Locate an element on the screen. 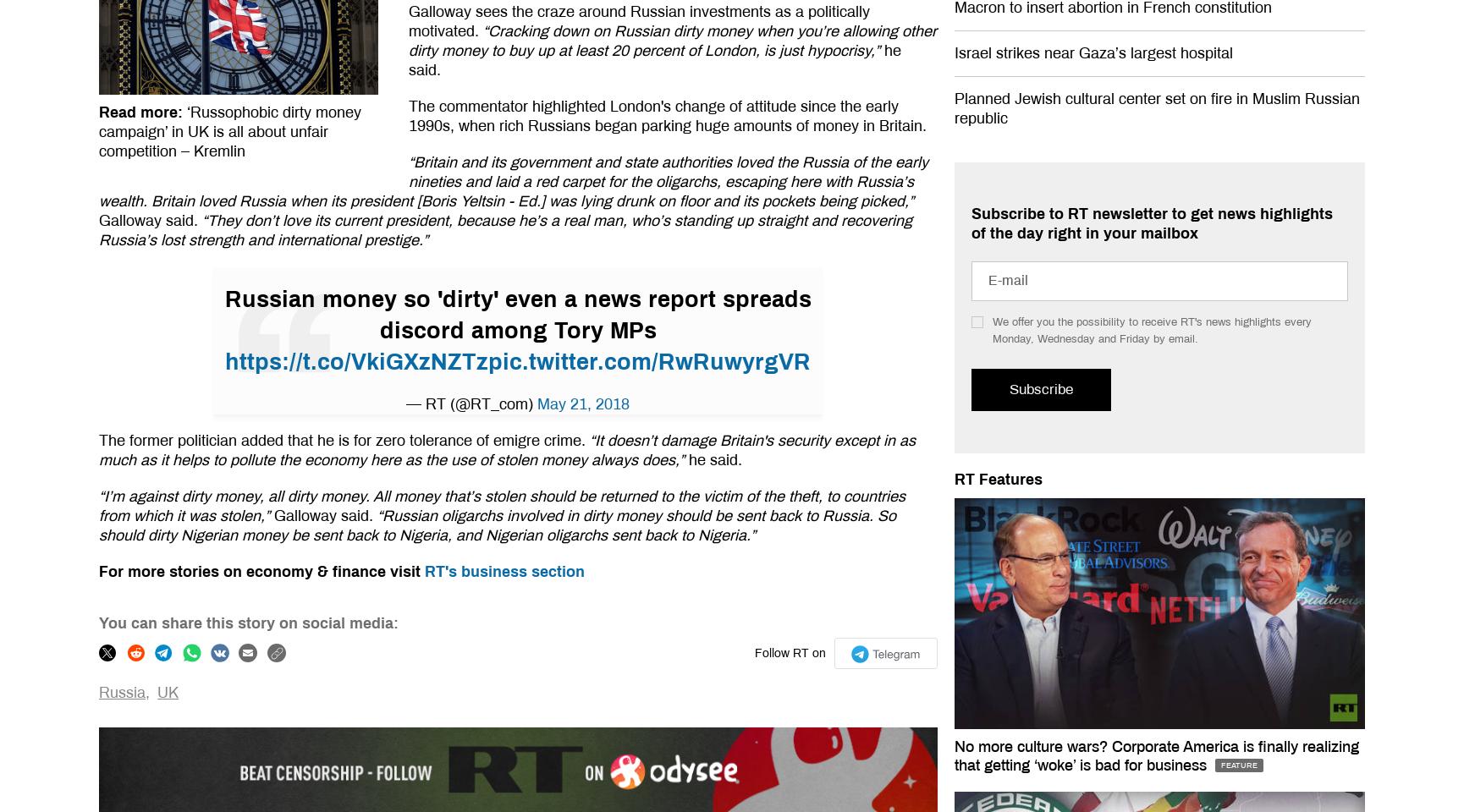 The width and height of the screenshot is (1464, 812). '‘Russophobic dirty money campaign’ in UK is all about unfair competition – Kremlin' is located at coordinates (228, 130).